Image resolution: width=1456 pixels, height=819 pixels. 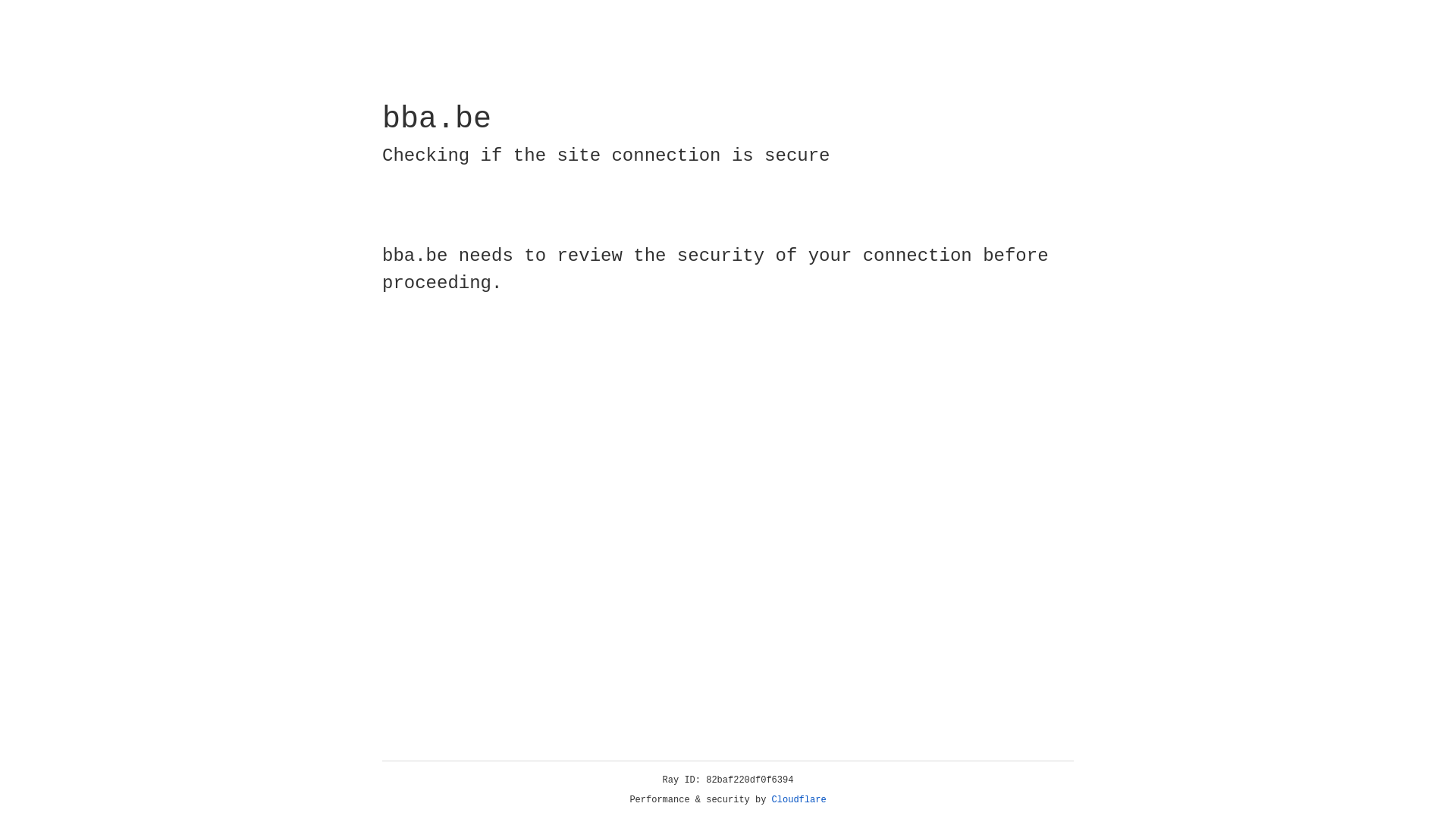 What do you see at coordinates (799, 799) in the screenshot?
I see `'Cloudflare'` at bounding box center [799, 799].